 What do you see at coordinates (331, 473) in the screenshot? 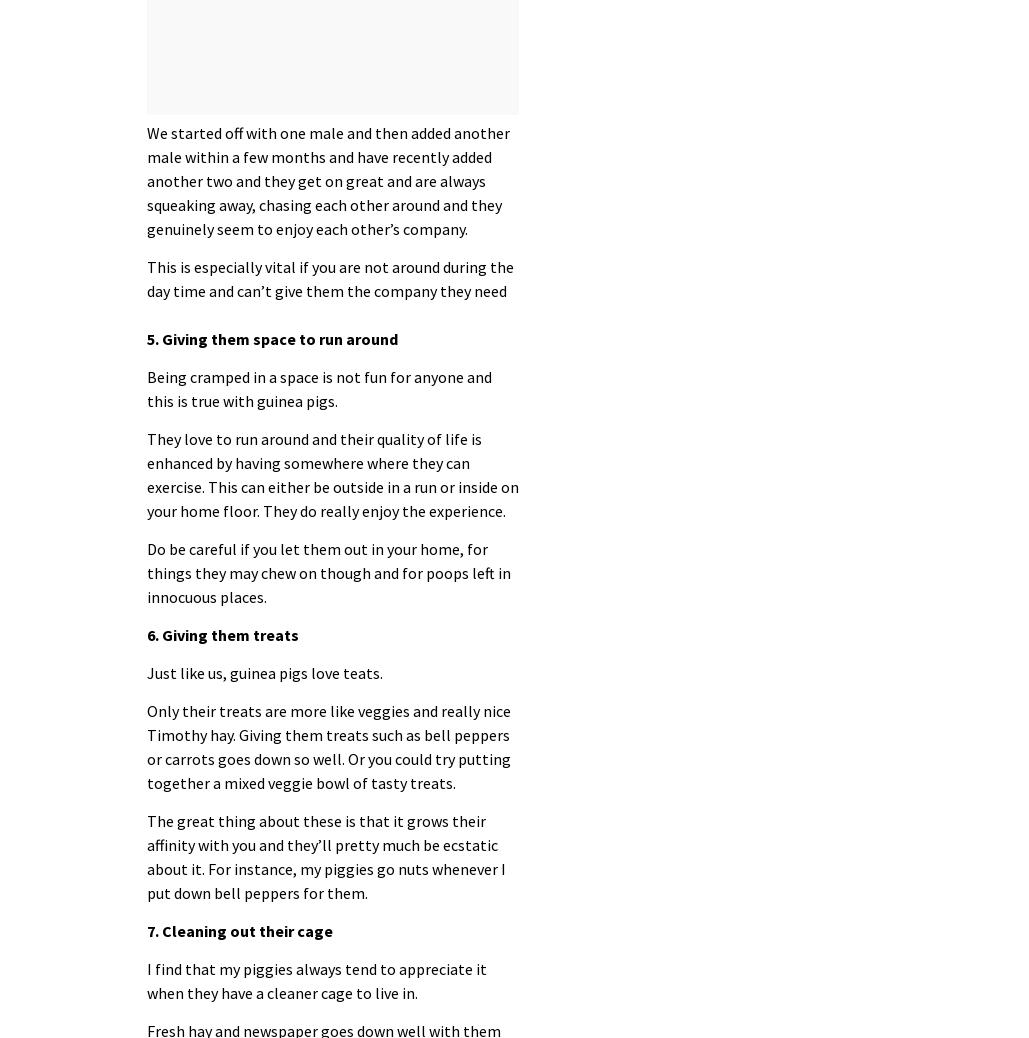
I see `'They love to run around and their quality of life is enhanced by having somewhere where they can exercise. This can either be outside in a run or inside on your home floor. They do really enjoy the experience.'` at bounding box center [331, 473].